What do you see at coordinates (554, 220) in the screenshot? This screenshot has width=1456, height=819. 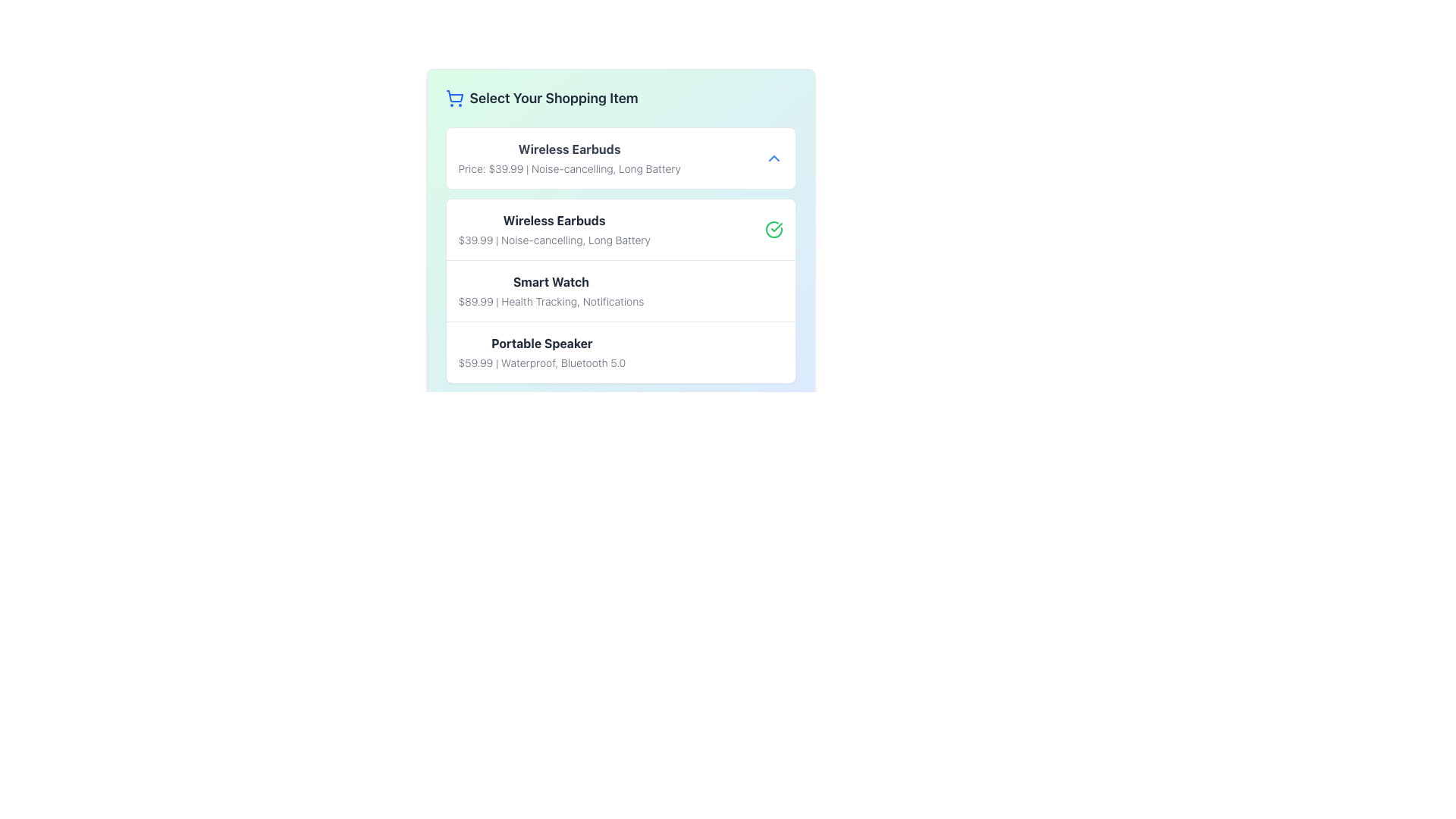 I see `the text label displaying 'Wireless Earbuds' in bold, dark gray font, which serves as the title of the second product in the shopping list` at bounding box center [554, 220].